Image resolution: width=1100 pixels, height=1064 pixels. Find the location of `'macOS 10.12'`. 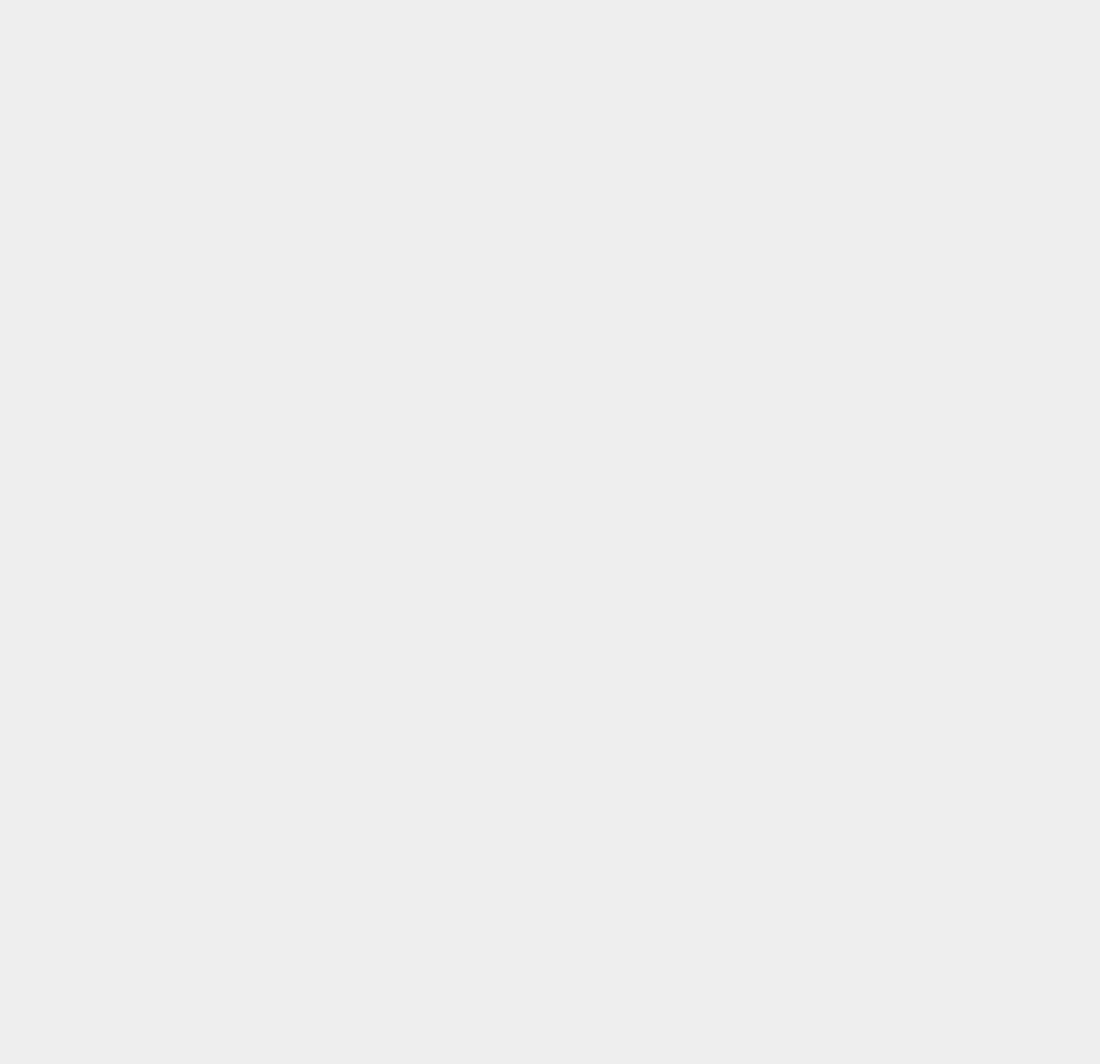

'macOS 10.12' is located at coordinates (820, 1034).